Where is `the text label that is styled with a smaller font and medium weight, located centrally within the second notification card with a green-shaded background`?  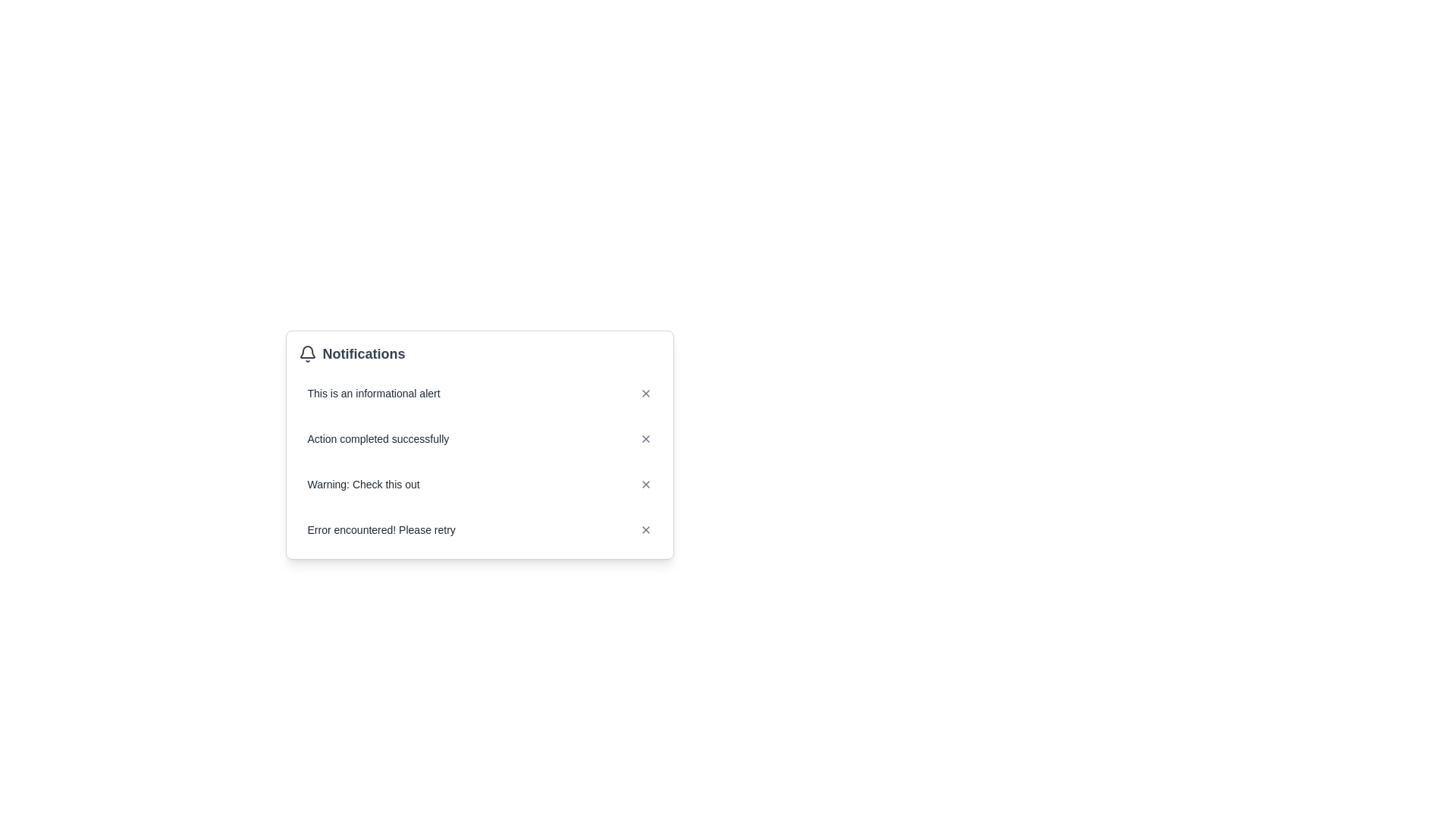
the text label that is styled with a smaller font and medium weight, located centrally within the second notification card with a green-shaded background is located at coordinates (378, 438).